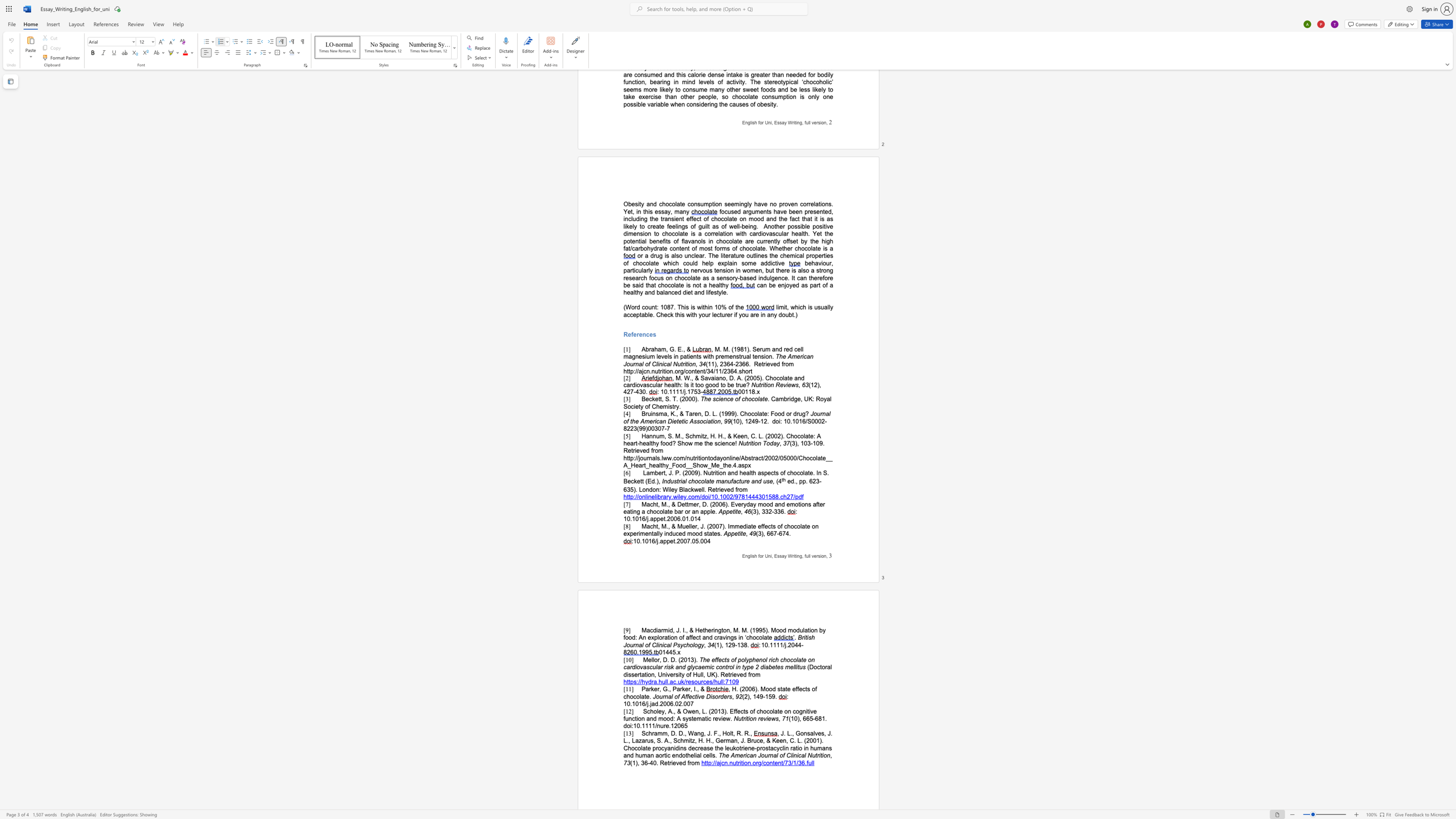 The height and width of the screenshot is (819, 1456). What do you see at coordinates (802, 481) in the screenshot?
I see `the space between the continuous character "p" and "p" in the text` at bounding box center [802, 481].